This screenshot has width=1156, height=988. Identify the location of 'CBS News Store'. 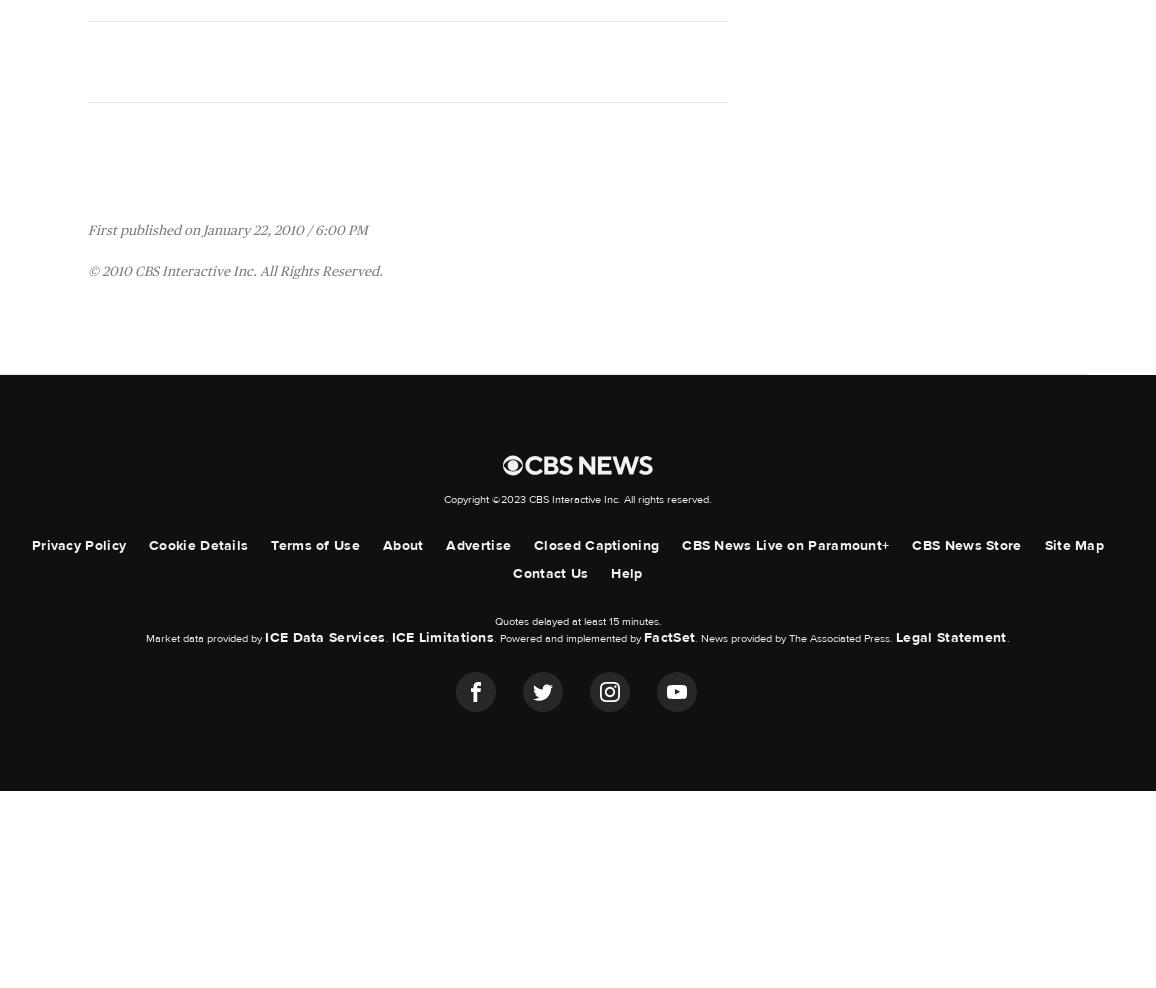
(966, 544).